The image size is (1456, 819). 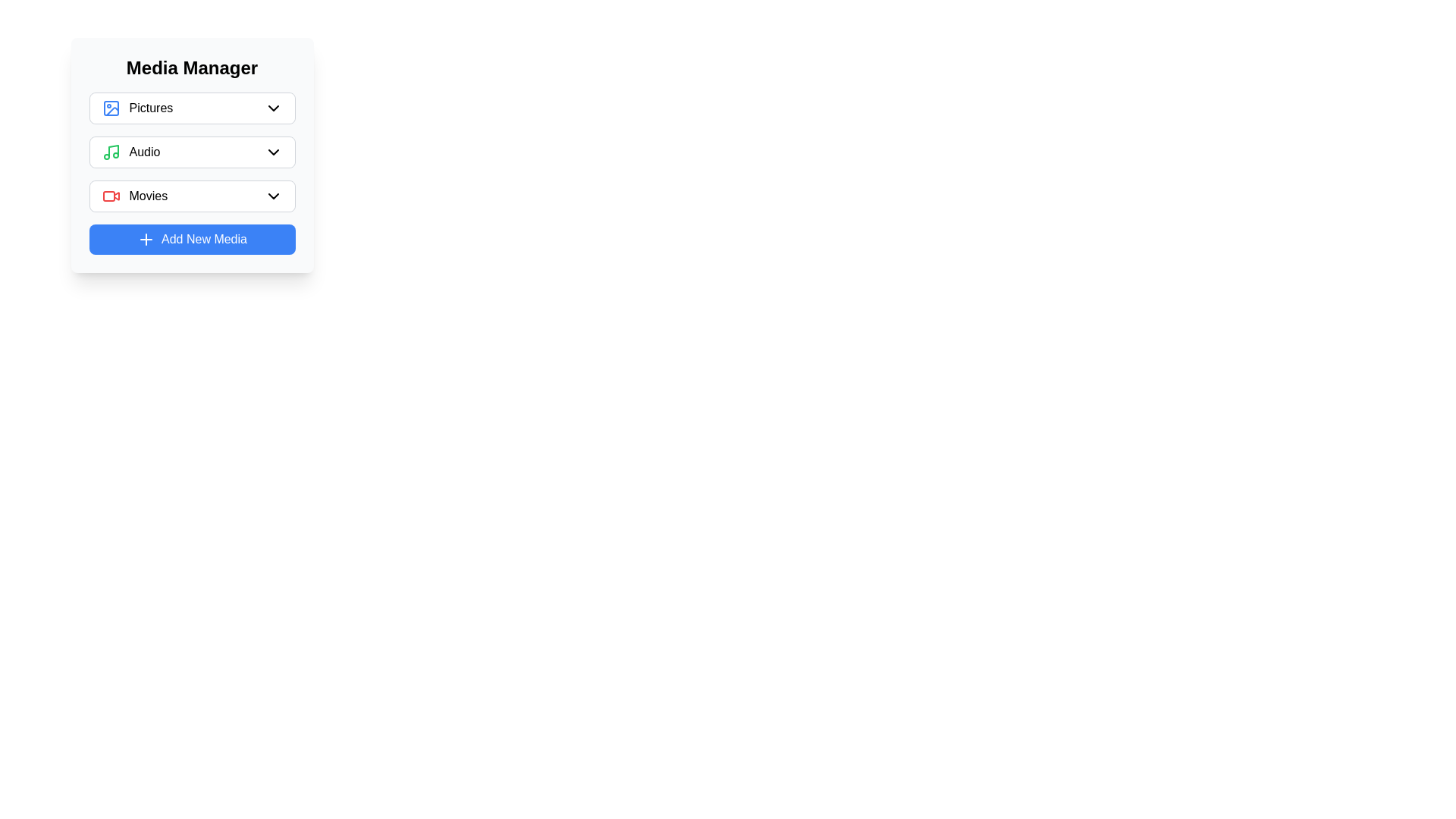 I want to click on the second item in the media category selector in the 'Media Manager' section, so click(x=191, y=155).